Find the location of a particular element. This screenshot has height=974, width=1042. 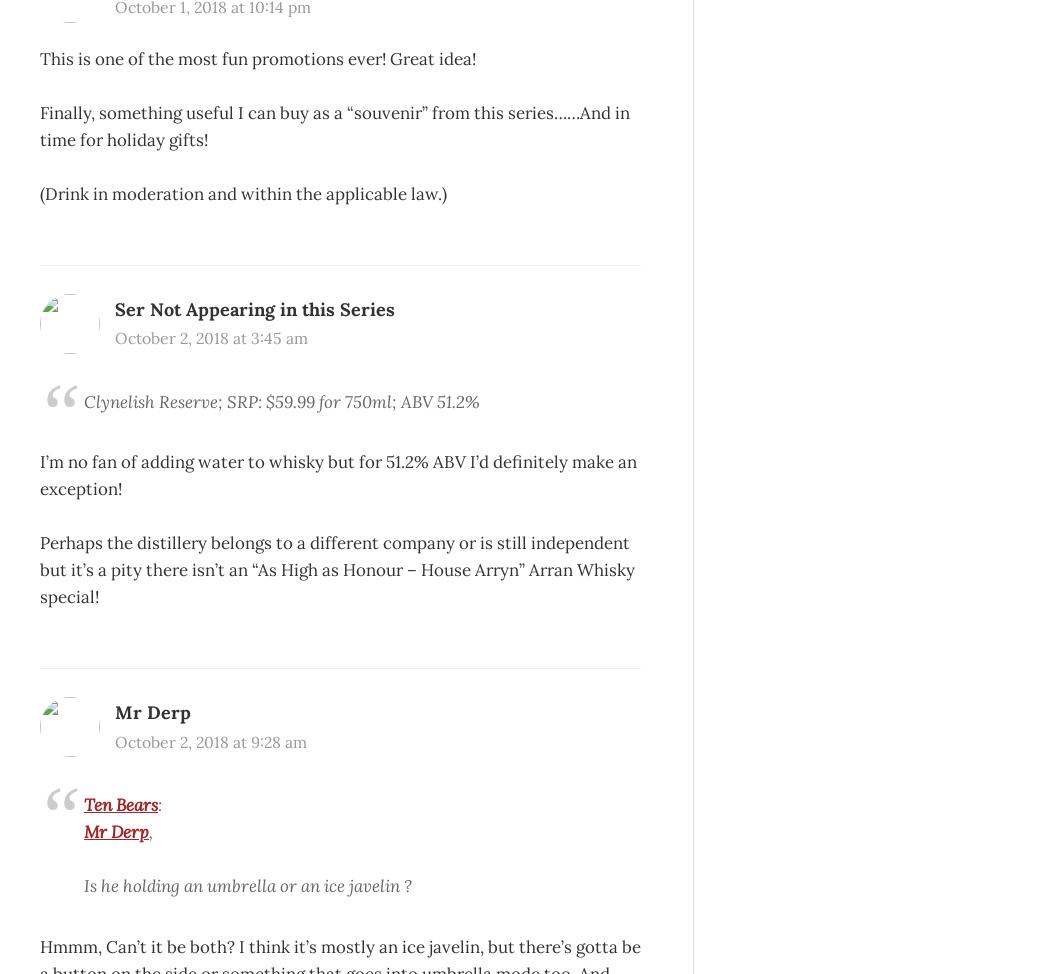

',' is located at coordinates (150, 831).